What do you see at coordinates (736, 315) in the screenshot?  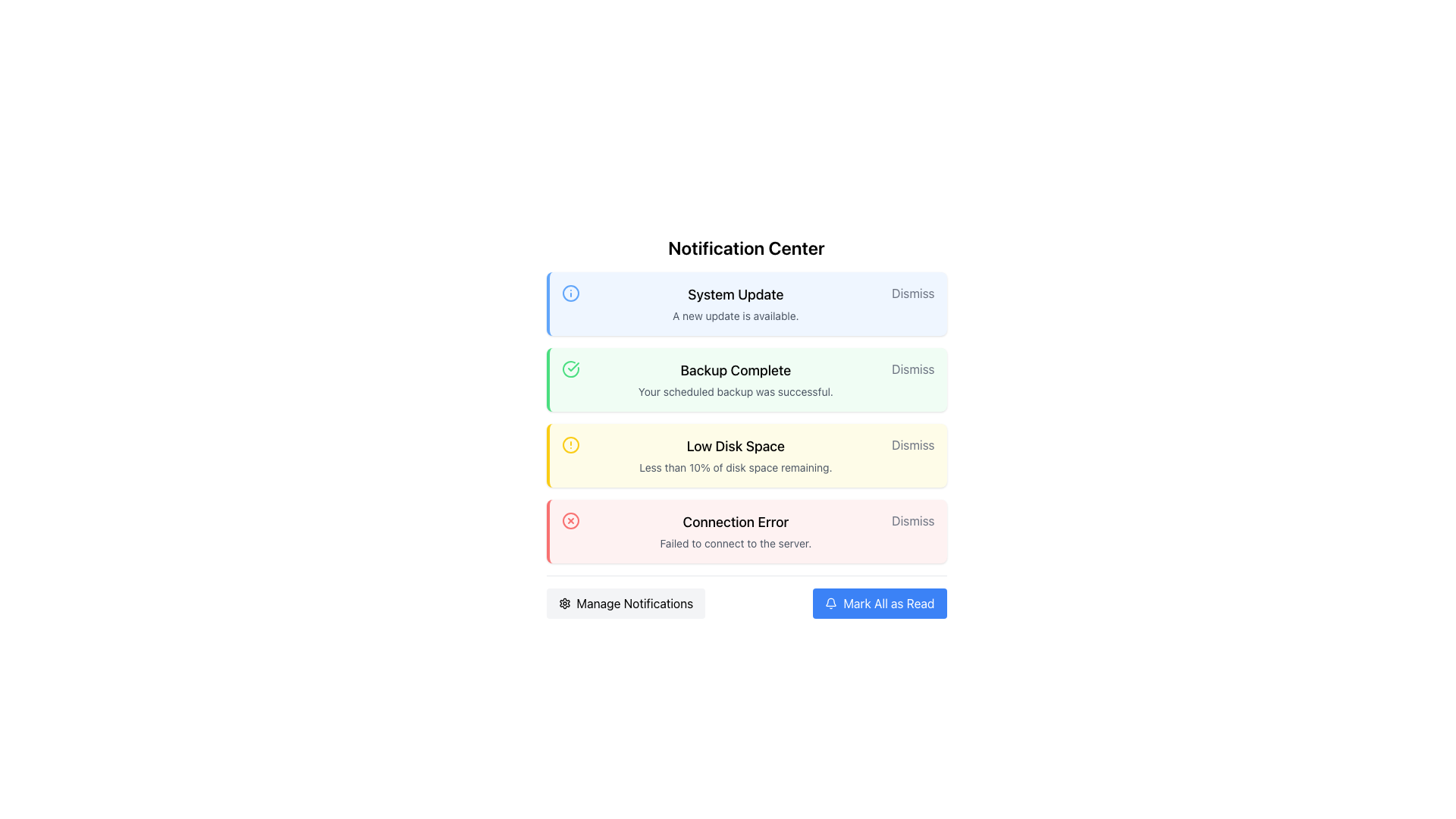 I see `the static text label stating 'A new update is available.' which is located below the 'System Update' heading in the blue notification card` at bounding box center [736, 315].